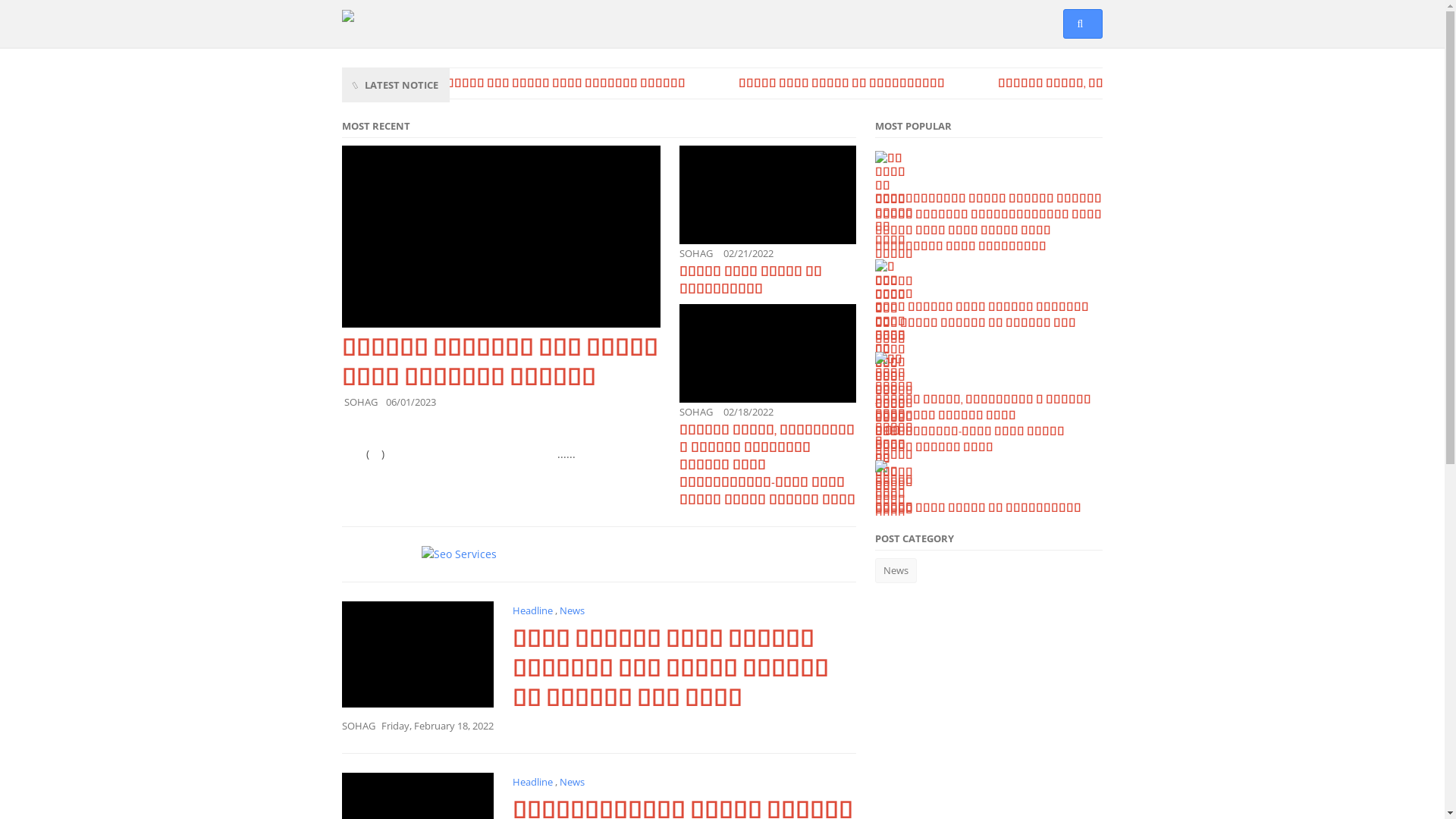  Describe the element at coordinates (571, 610) in the screenshot. I see `'News'` at that location.